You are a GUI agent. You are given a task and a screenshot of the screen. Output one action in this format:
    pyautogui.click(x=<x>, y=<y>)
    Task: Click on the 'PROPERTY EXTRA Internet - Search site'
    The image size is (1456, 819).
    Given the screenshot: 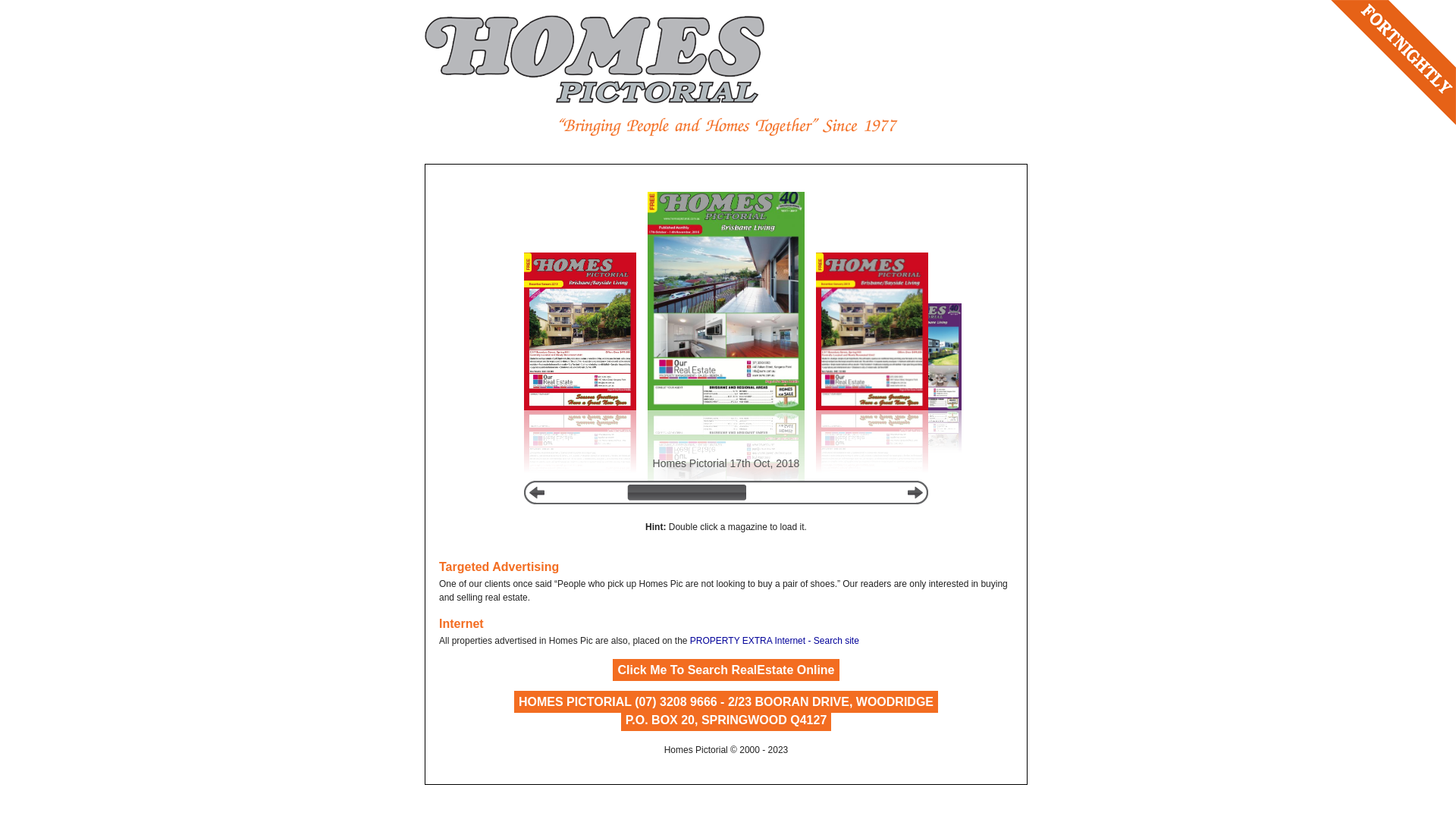 What is the action you would take?
    pyautogui.click(x=774, y=640)
    